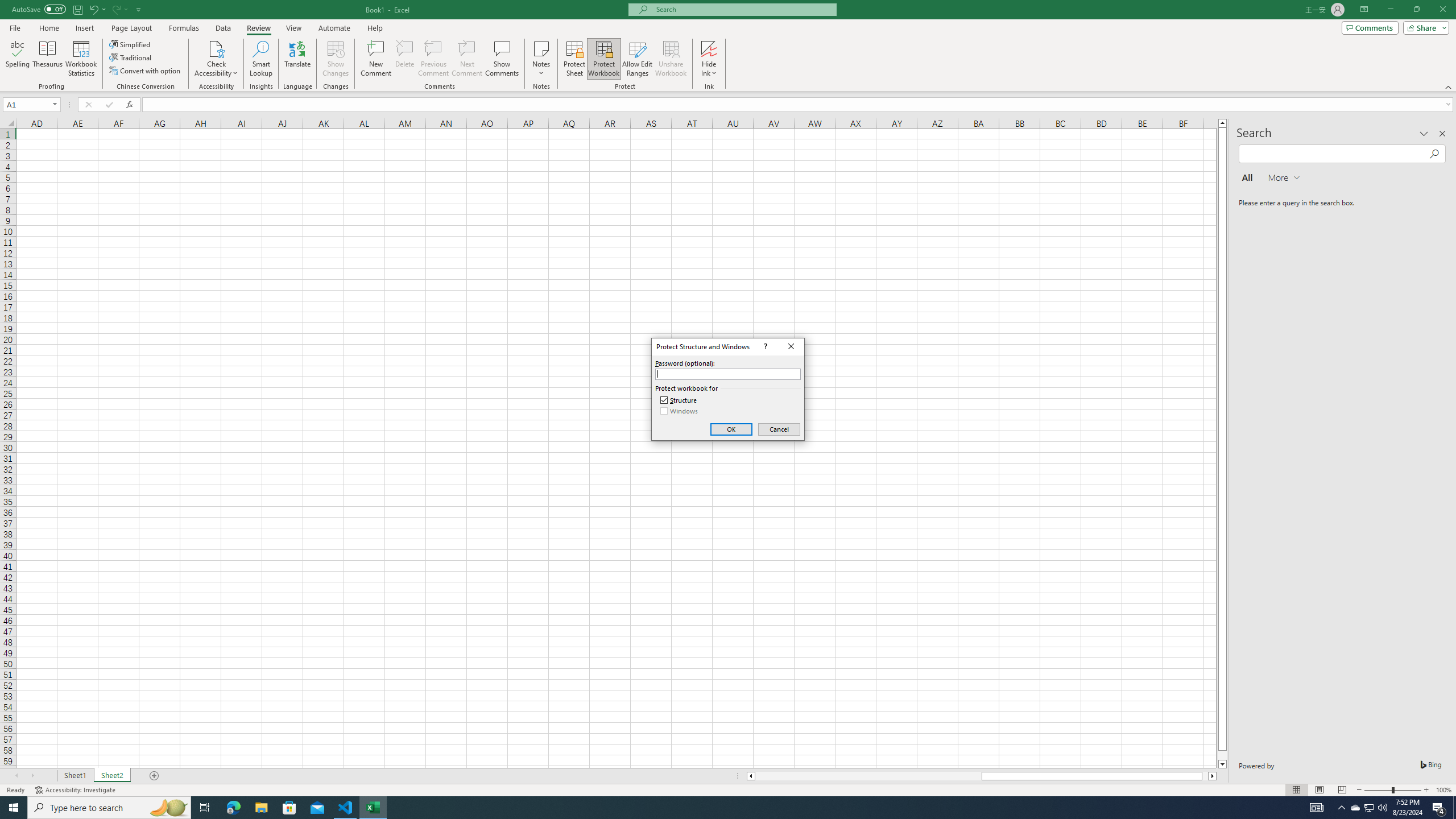 The height and width of the screenshot is (819, 1456). What do you see at coordinates (47, 59) in the screenshot?
I see `'Thesaurus...'` at bounding box center [47, 59].